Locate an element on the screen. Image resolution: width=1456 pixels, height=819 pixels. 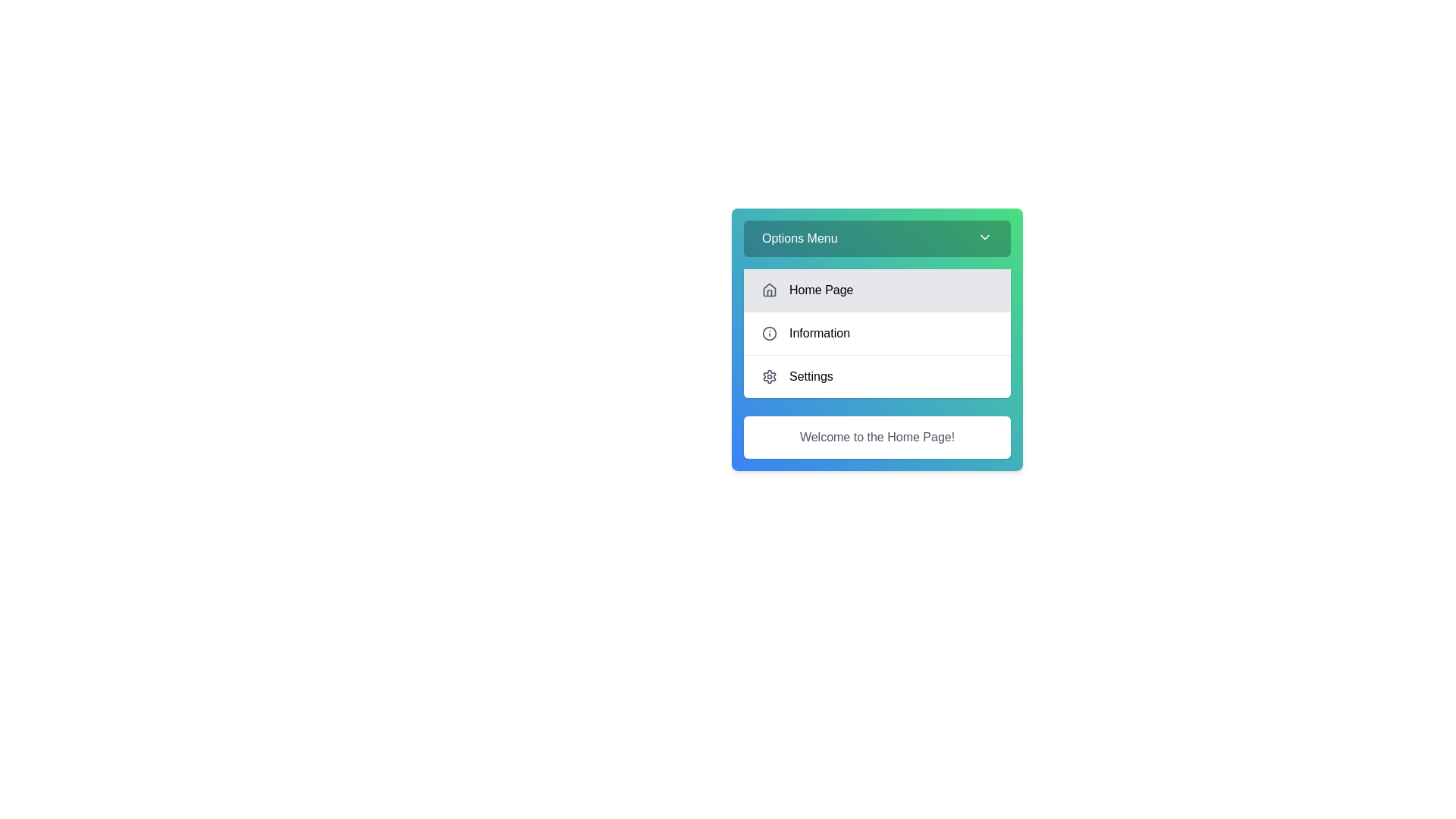
the house-shaped icon located in the top part of the menu panel, immediately to the left of the 'Home Page' text is located at coordinates (769, 289).